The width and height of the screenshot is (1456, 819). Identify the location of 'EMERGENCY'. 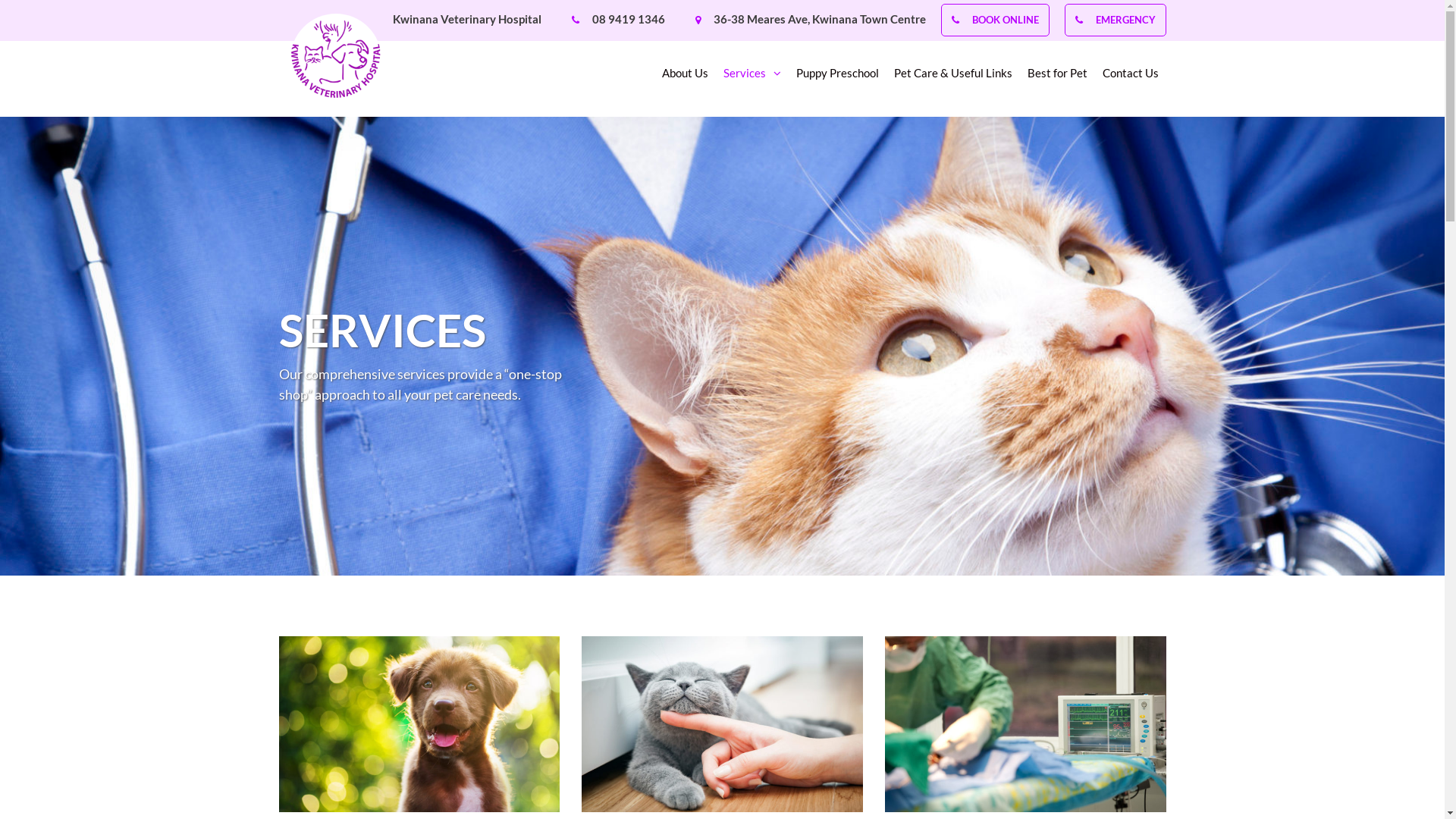
(1125, 20).